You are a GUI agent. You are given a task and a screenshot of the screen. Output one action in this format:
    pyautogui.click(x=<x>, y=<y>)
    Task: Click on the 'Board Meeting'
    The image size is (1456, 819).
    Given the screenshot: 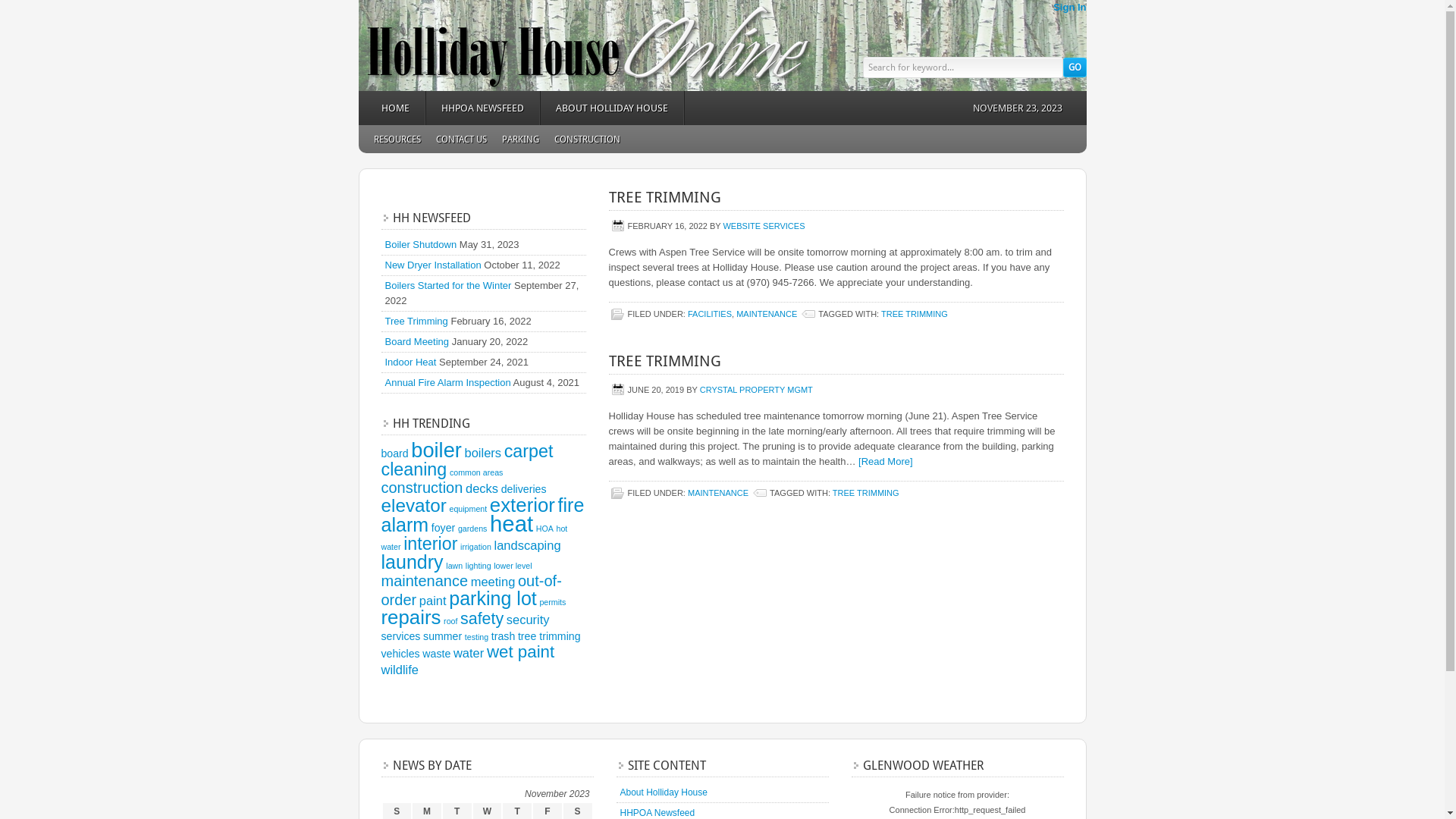 What is the action you would take?
    pyautogui.click(x=417, y=341)
    